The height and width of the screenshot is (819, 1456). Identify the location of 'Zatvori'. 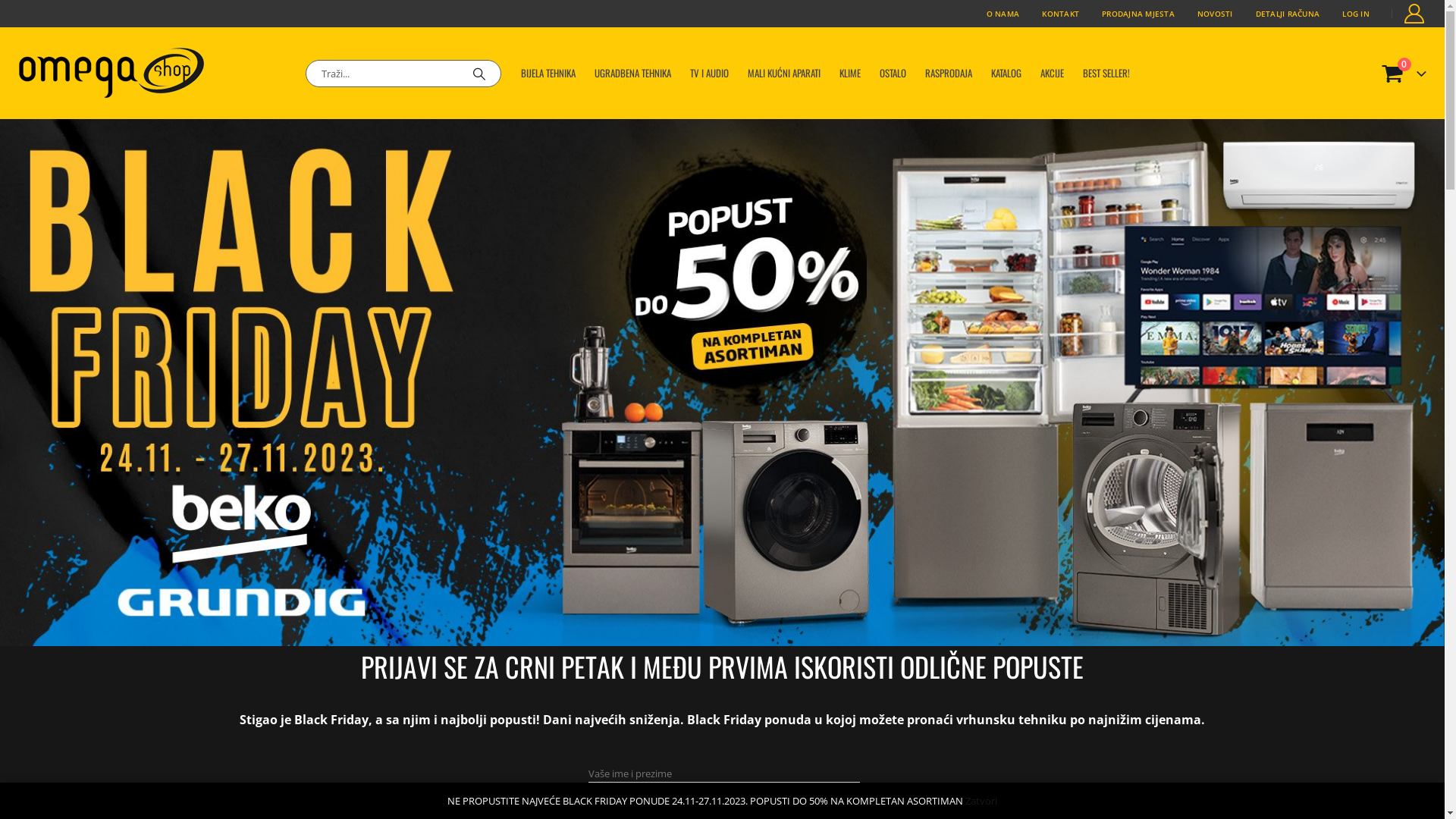
(981, 800).